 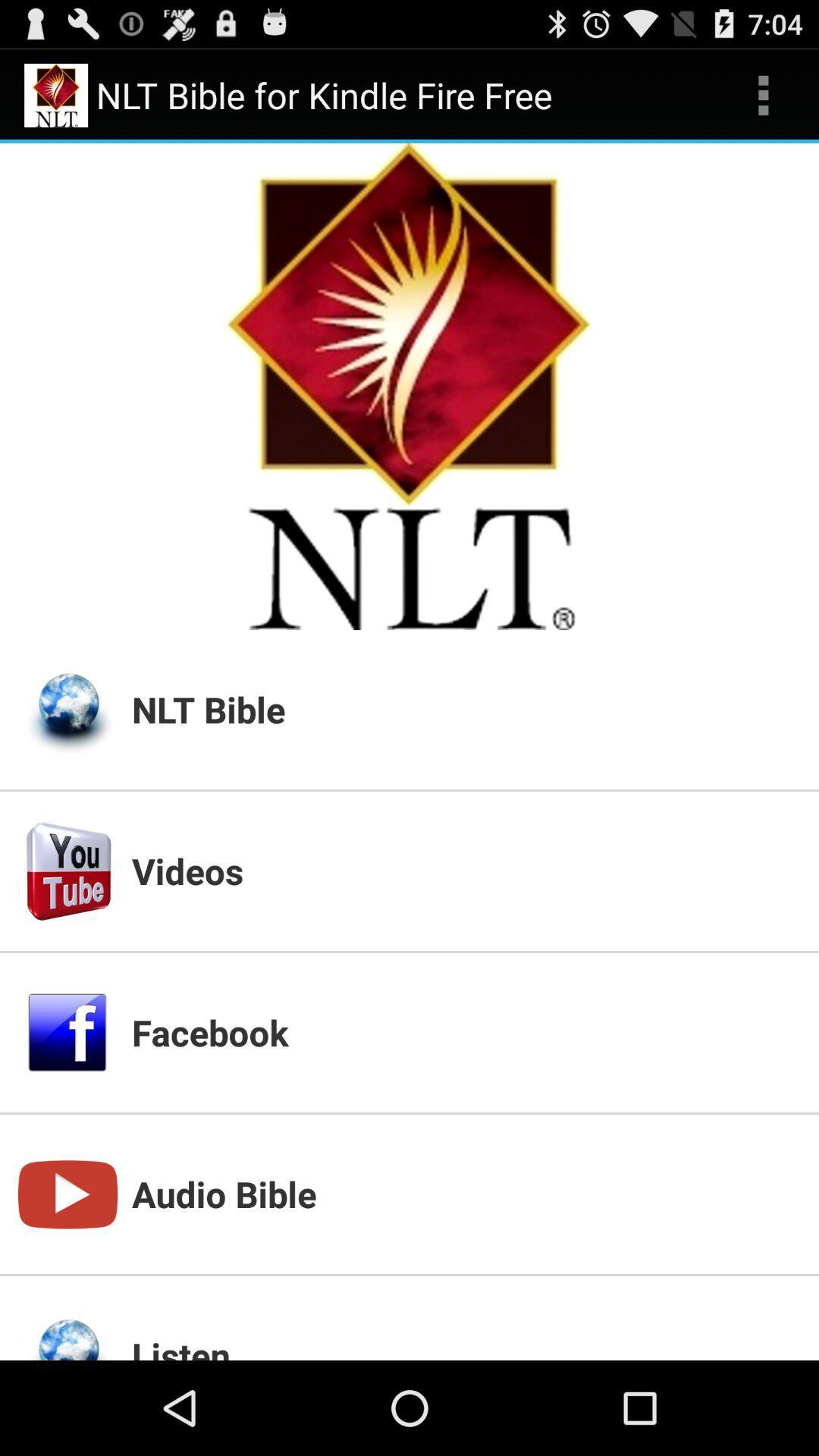 What do you see at coordinates (465, 1031) in the screenshot?
I see `facebook` at bounding box center [465, 1031].